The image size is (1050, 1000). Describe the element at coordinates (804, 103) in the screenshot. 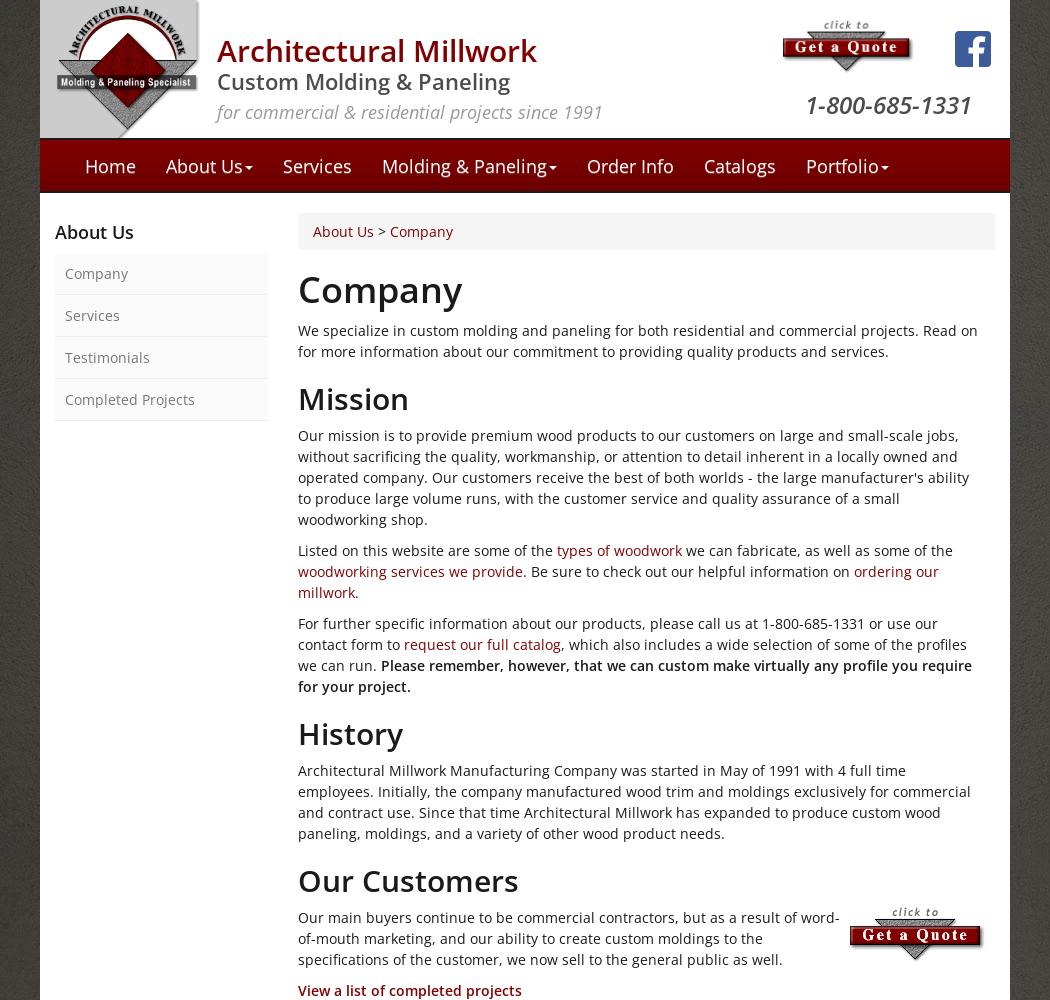

I see `'1-800-685-1331'` at that location.